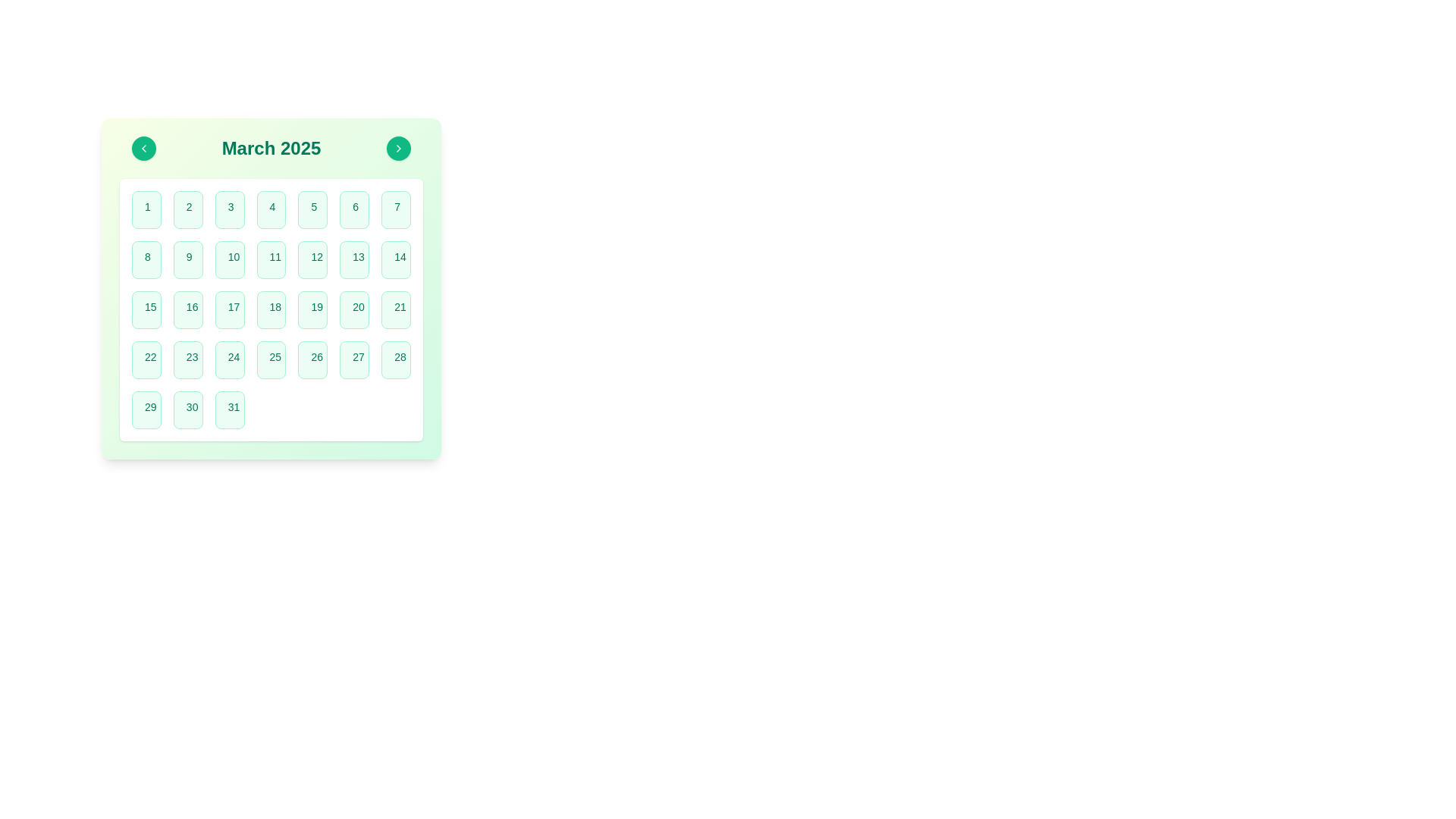 The image size is (1456, 819). I want to click on the button representing the 17th day of March 2025 in the calendar, so click(229, 309).